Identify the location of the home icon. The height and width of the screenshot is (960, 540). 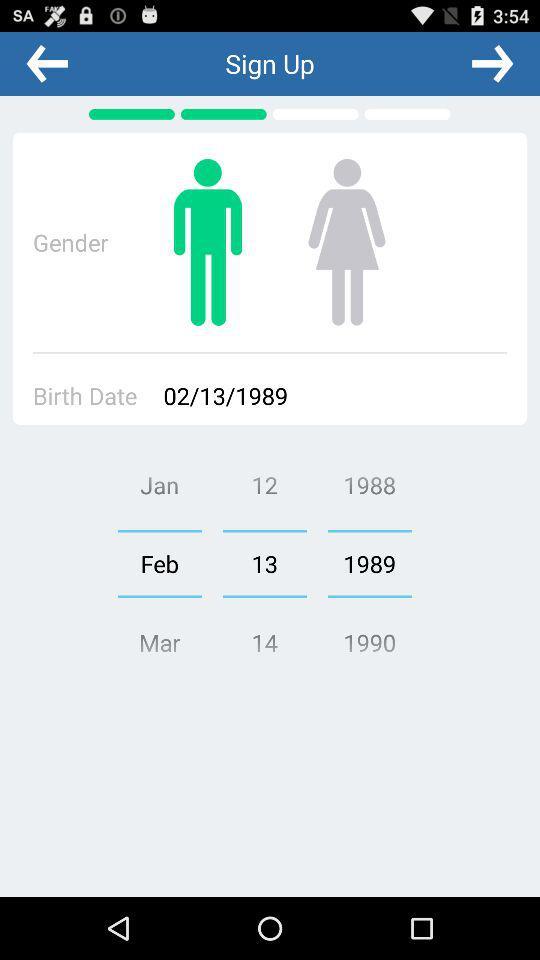
(345, 258).